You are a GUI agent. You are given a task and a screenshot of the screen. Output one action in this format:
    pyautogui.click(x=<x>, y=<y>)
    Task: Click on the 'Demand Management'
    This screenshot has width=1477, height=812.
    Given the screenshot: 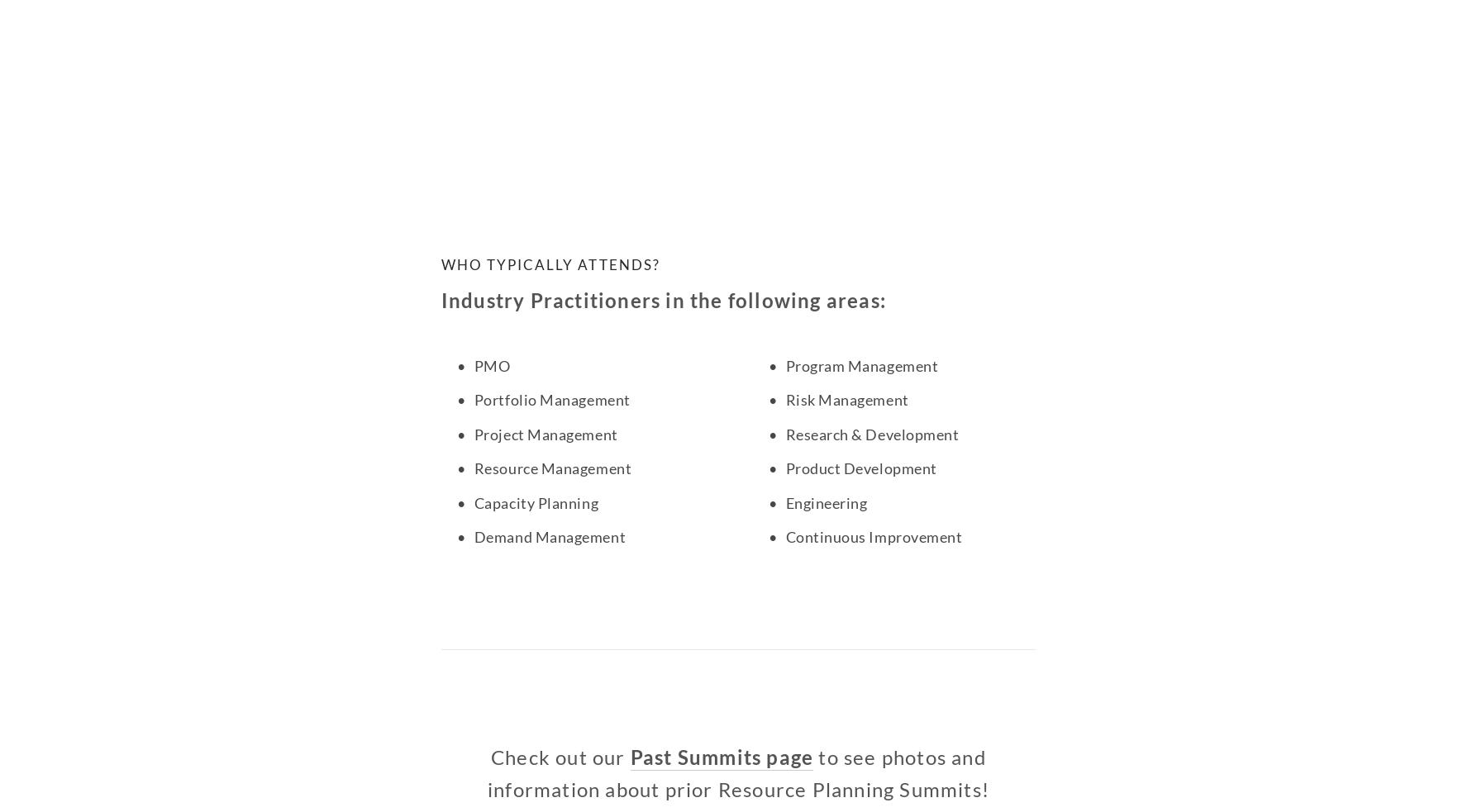 What is the action you would take?
    pyautogui.click(x=472, y=536)
    